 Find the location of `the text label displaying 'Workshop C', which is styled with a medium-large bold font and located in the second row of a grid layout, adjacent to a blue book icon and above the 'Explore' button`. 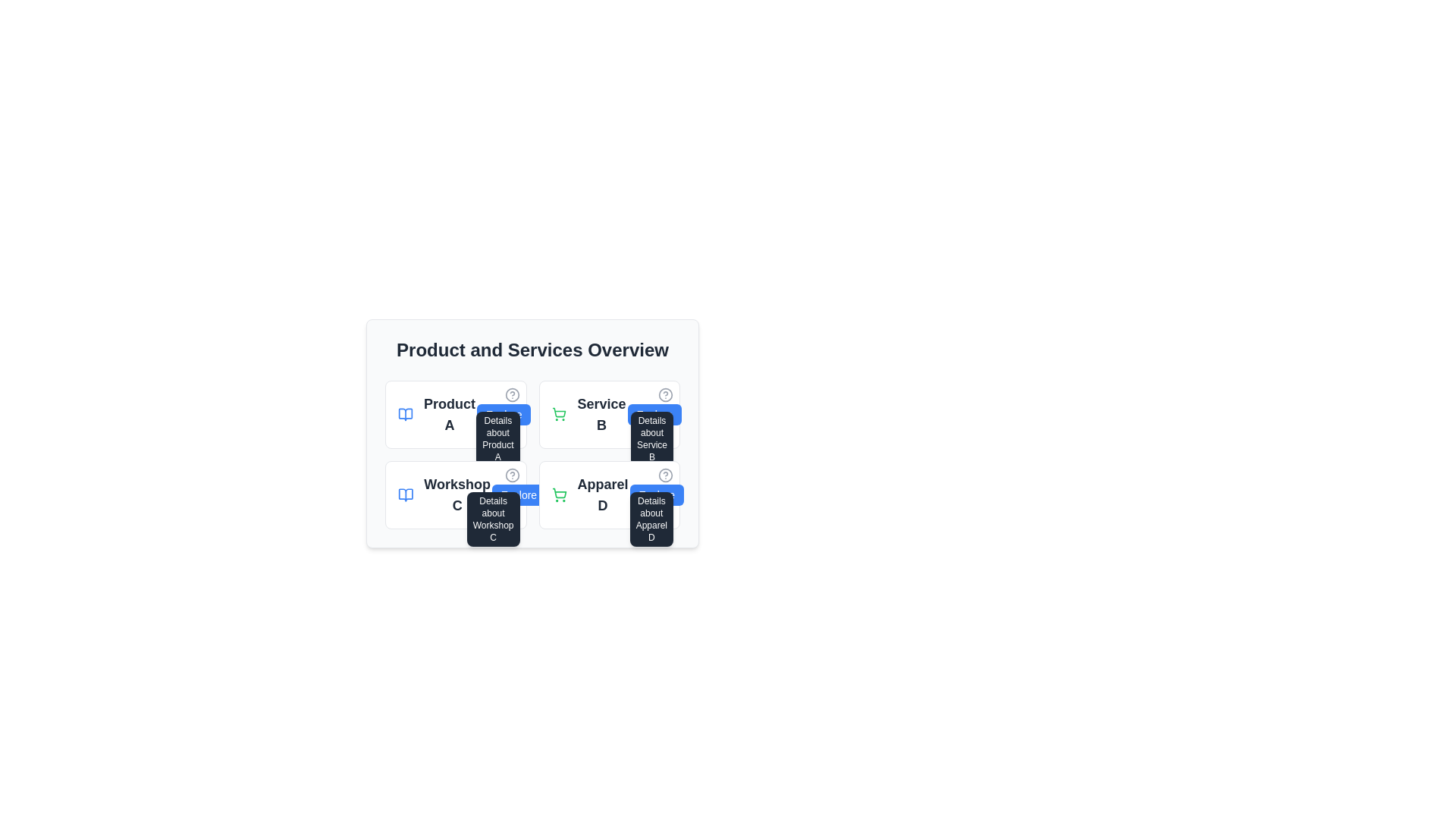

the text label displaying 'Workshop C', which is styled with a medium-large bold font and located in the second row of a grid layout, adjacent to a blue book icon and above the 'Explore' button is located at coordinates (444, 494).